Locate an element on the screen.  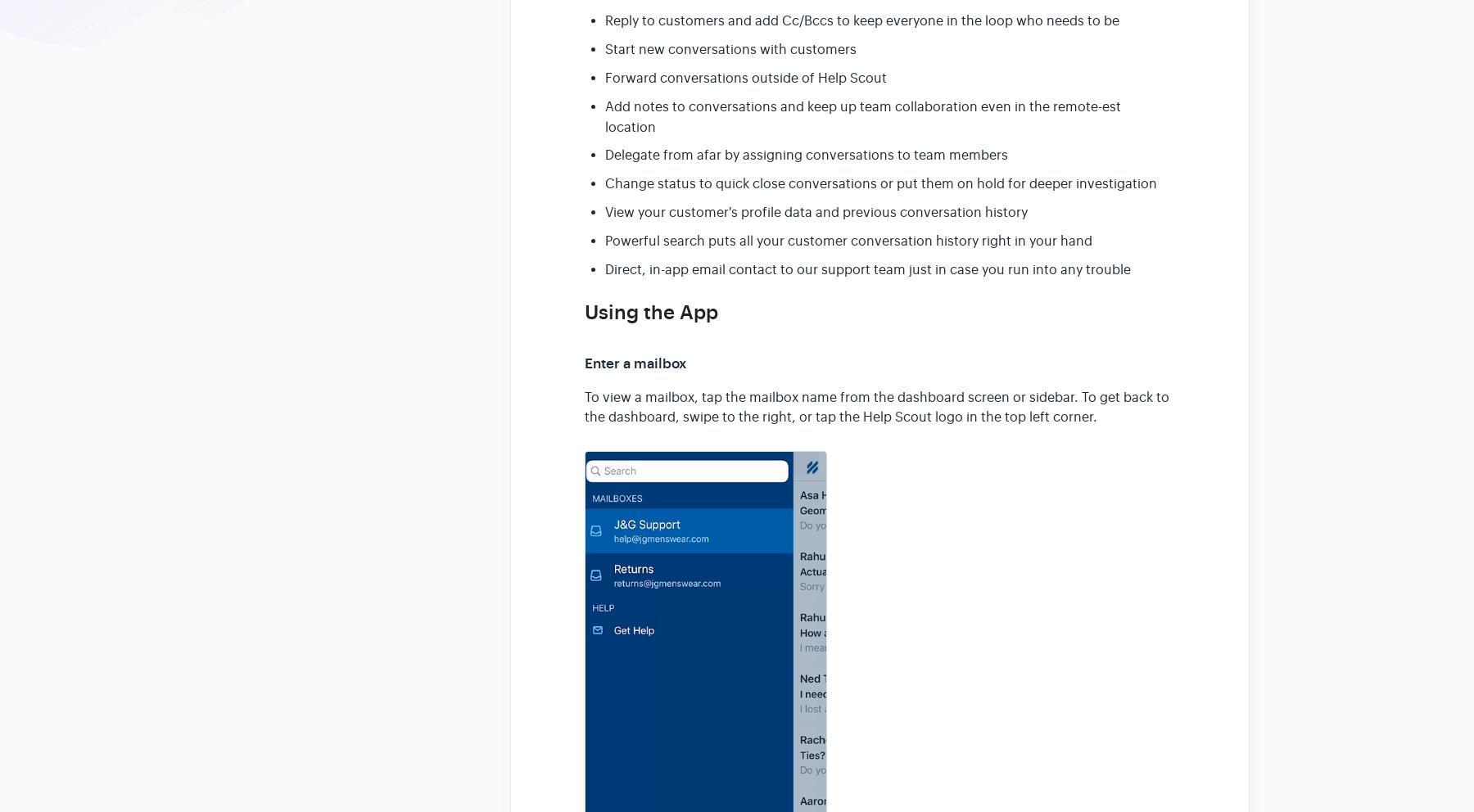
'Powerful search puts all your customer conversation history right in your hand' is located at coordinates (604, 241).